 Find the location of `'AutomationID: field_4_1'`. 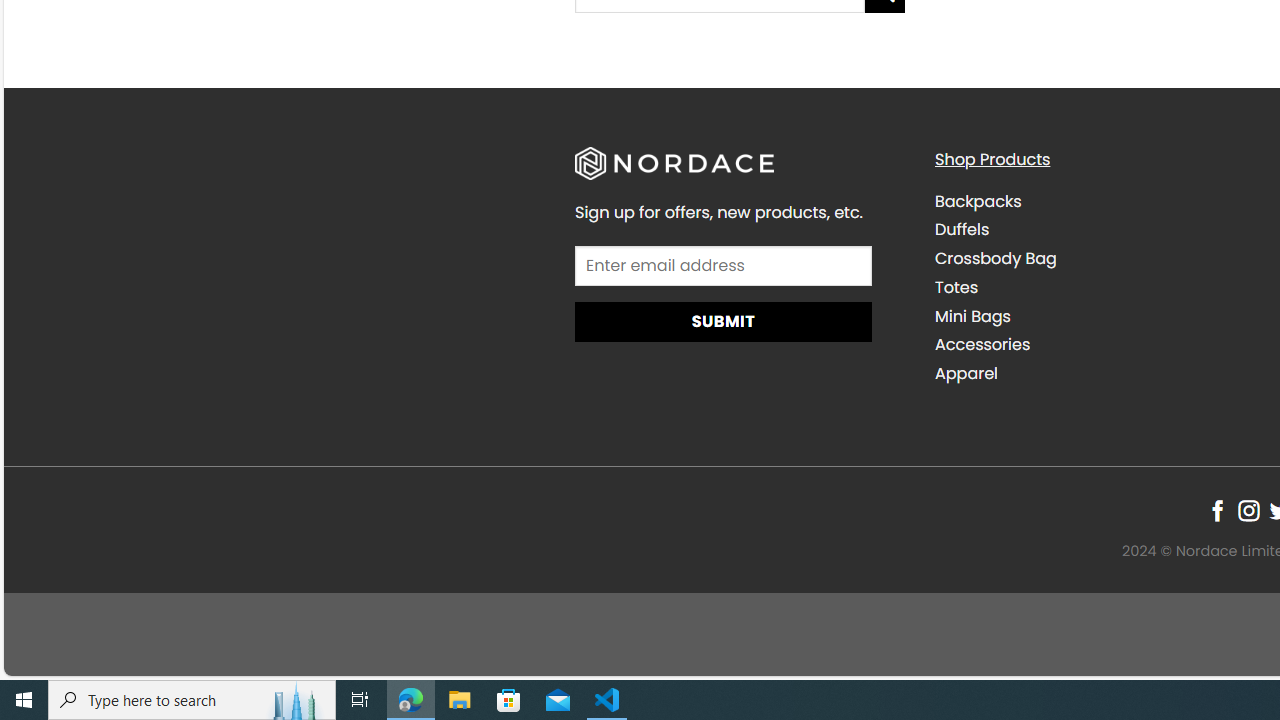

'AutomationID: field_4_1' is located at coordinates (722, 266).